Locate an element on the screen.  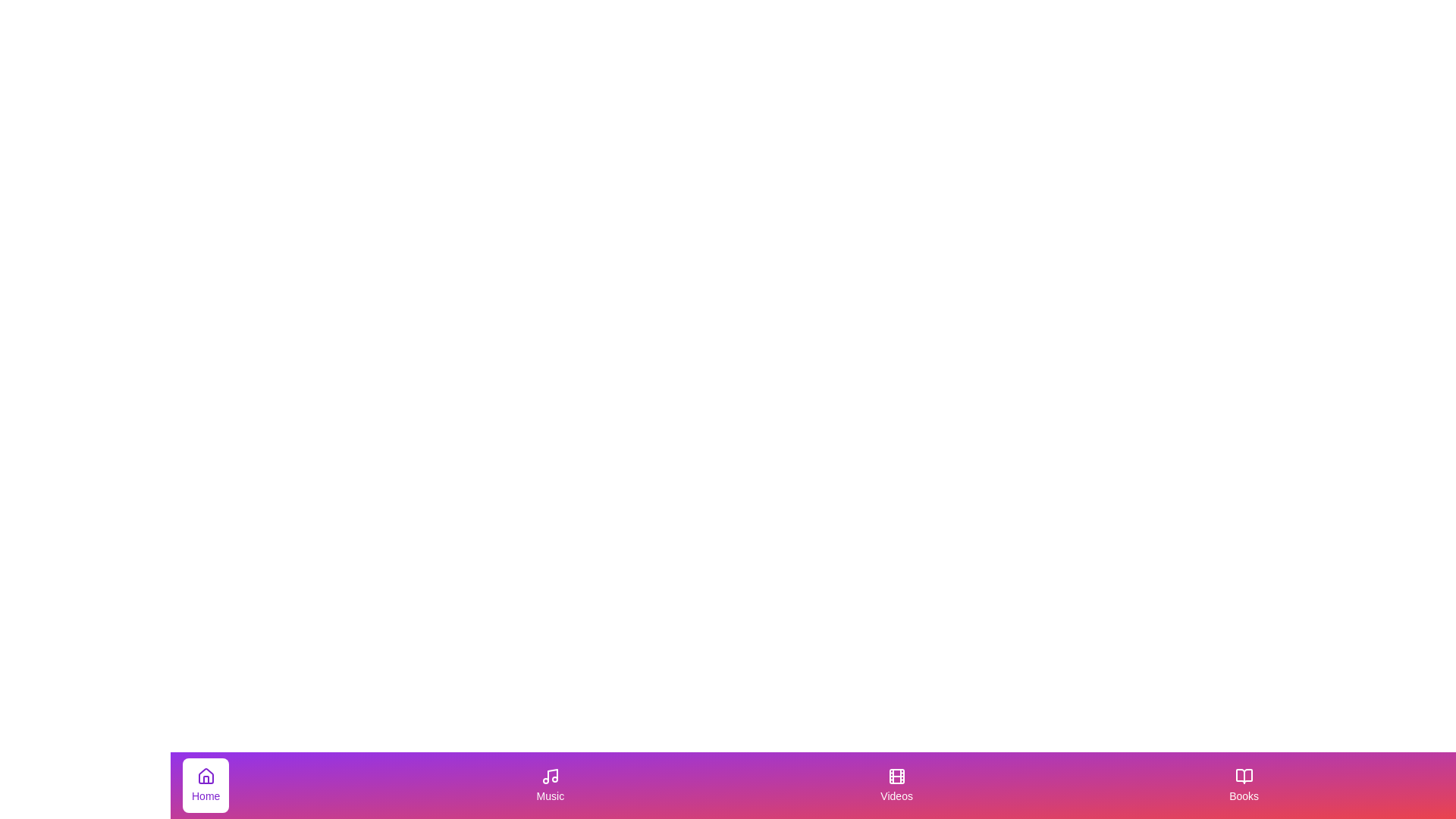
the Videos button to switch to the corresponding tab is located at coordinates (896, 785).